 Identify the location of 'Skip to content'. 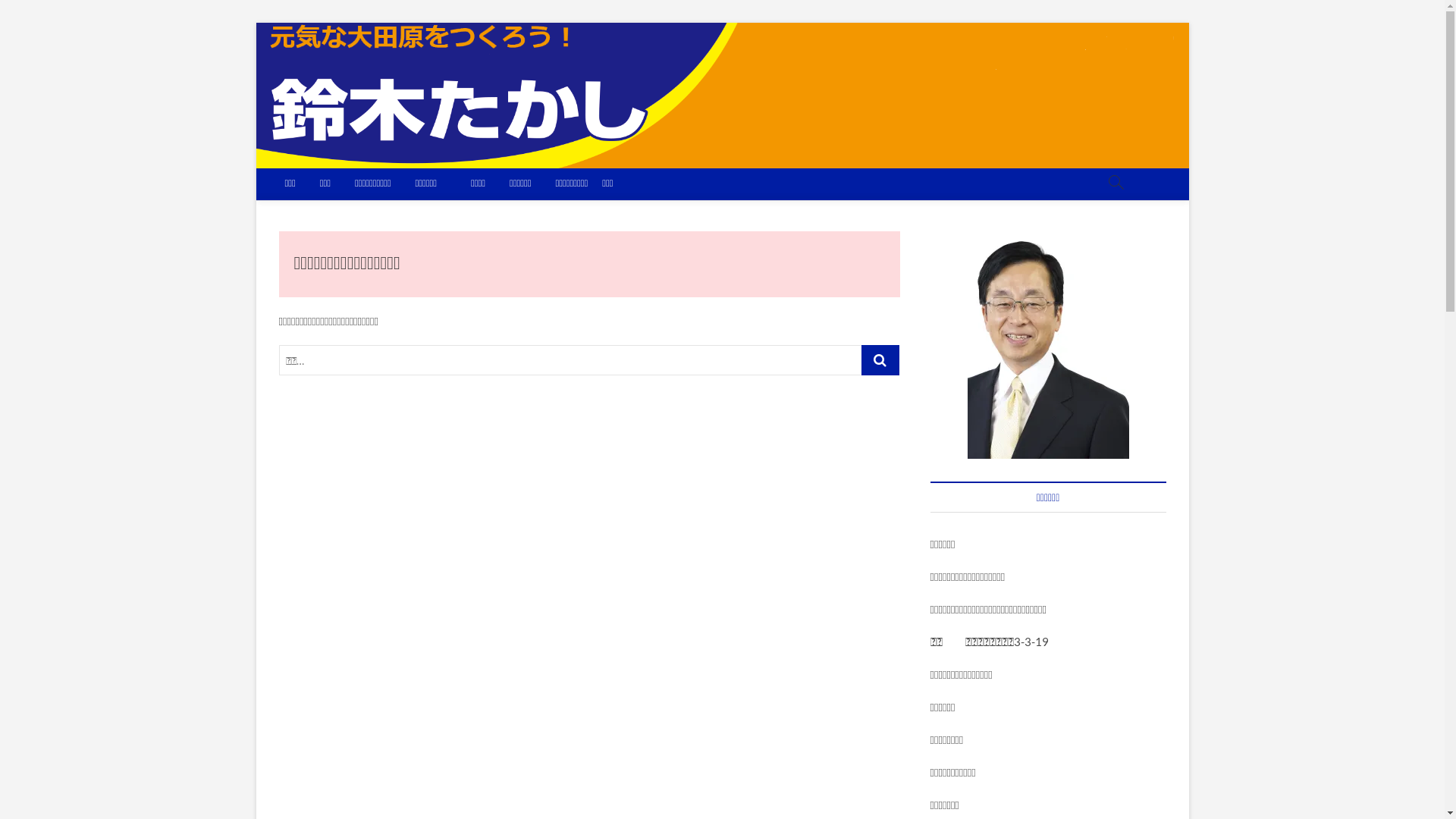
(255, 22).